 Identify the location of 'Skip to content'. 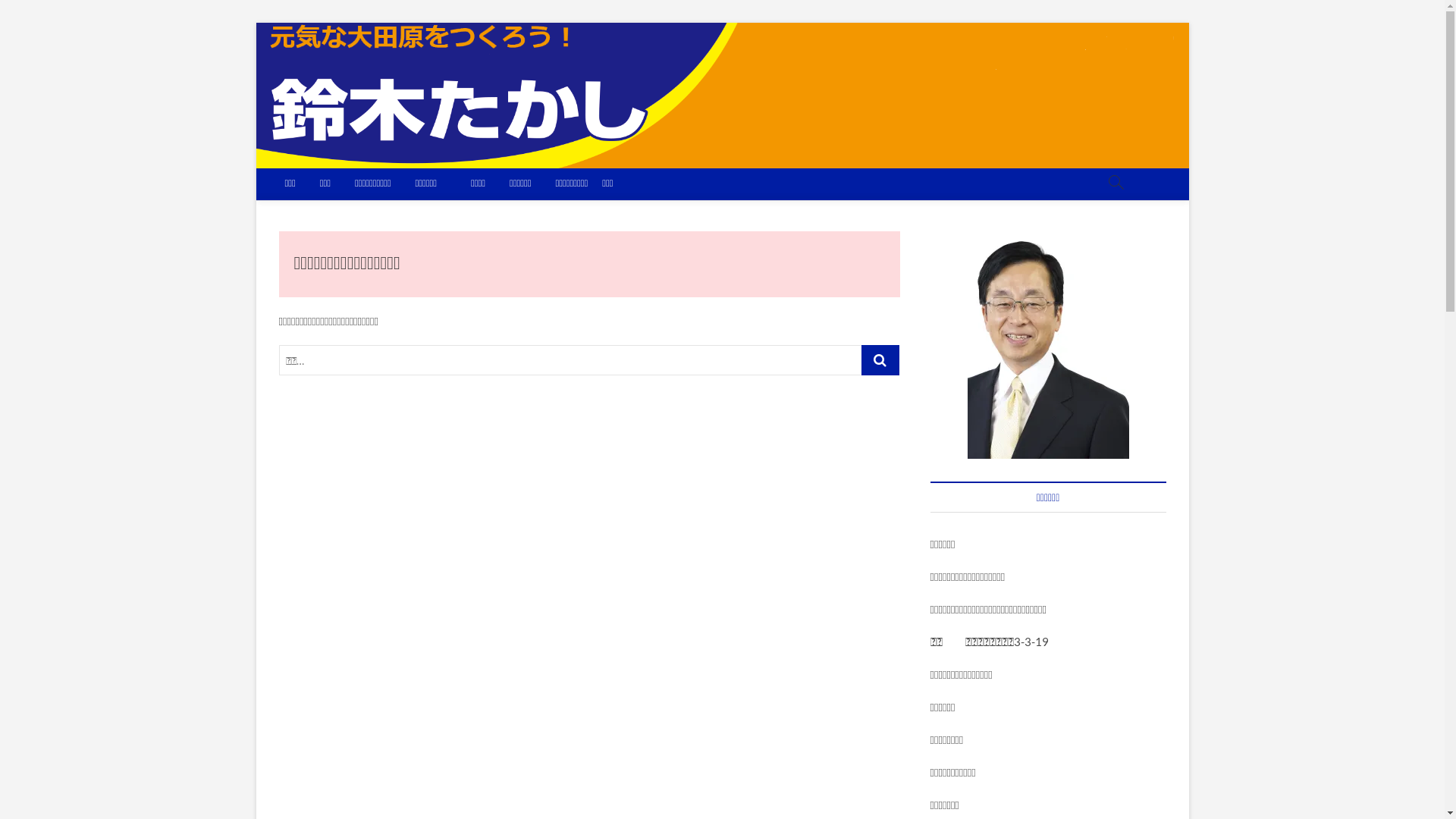
(255, 22).